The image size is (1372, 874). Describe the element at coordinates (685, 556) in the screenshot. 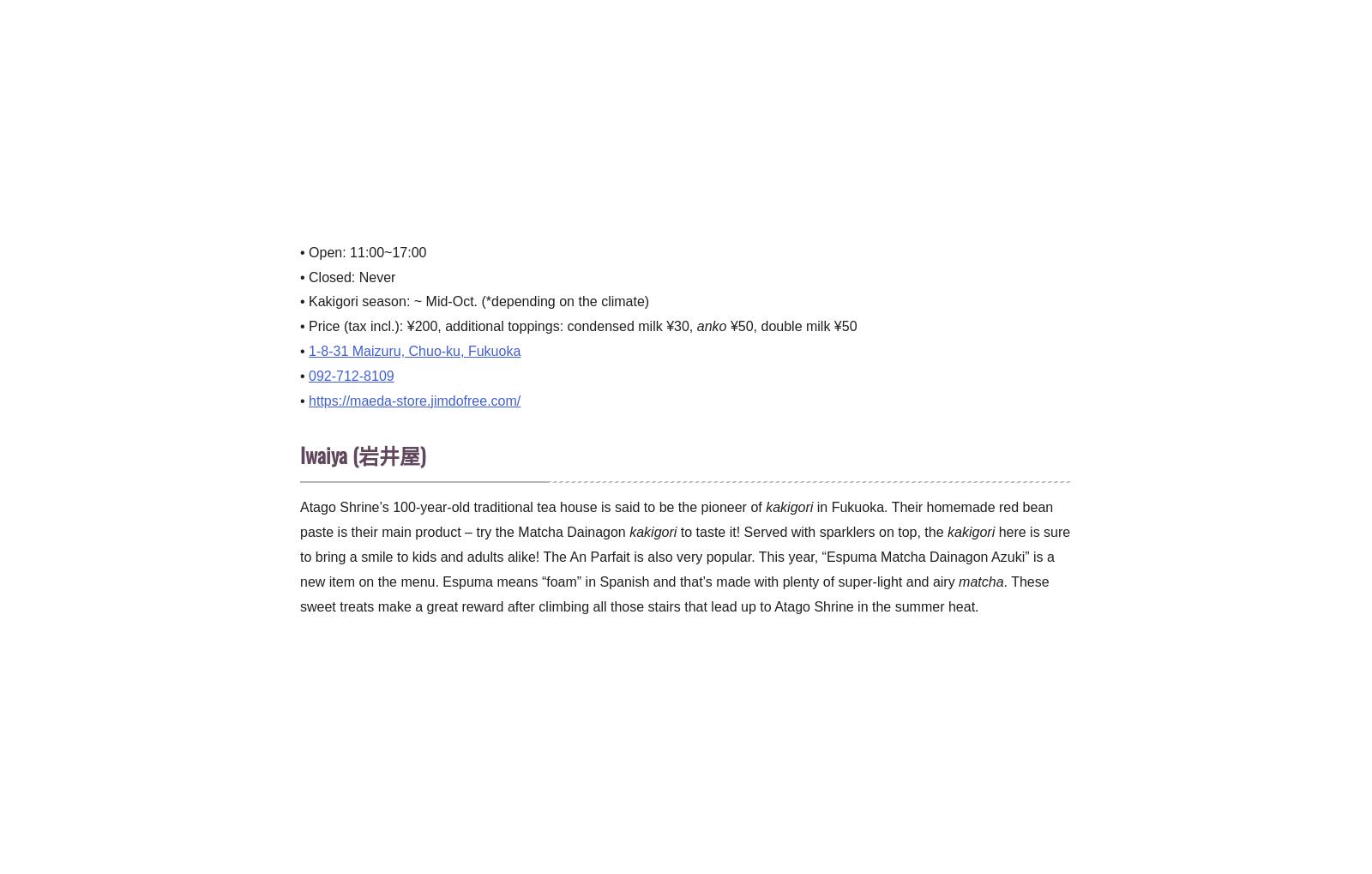

I see `'here is sure to bring a smile to kids and adults alike! The An Parfait is also very popular. This year, “Espuma Matcha Dainagon Azuki” is a new item on the menu. Espuma means “foam” in Spanish and that’s made with plenty of super-light and airy'` at that location.